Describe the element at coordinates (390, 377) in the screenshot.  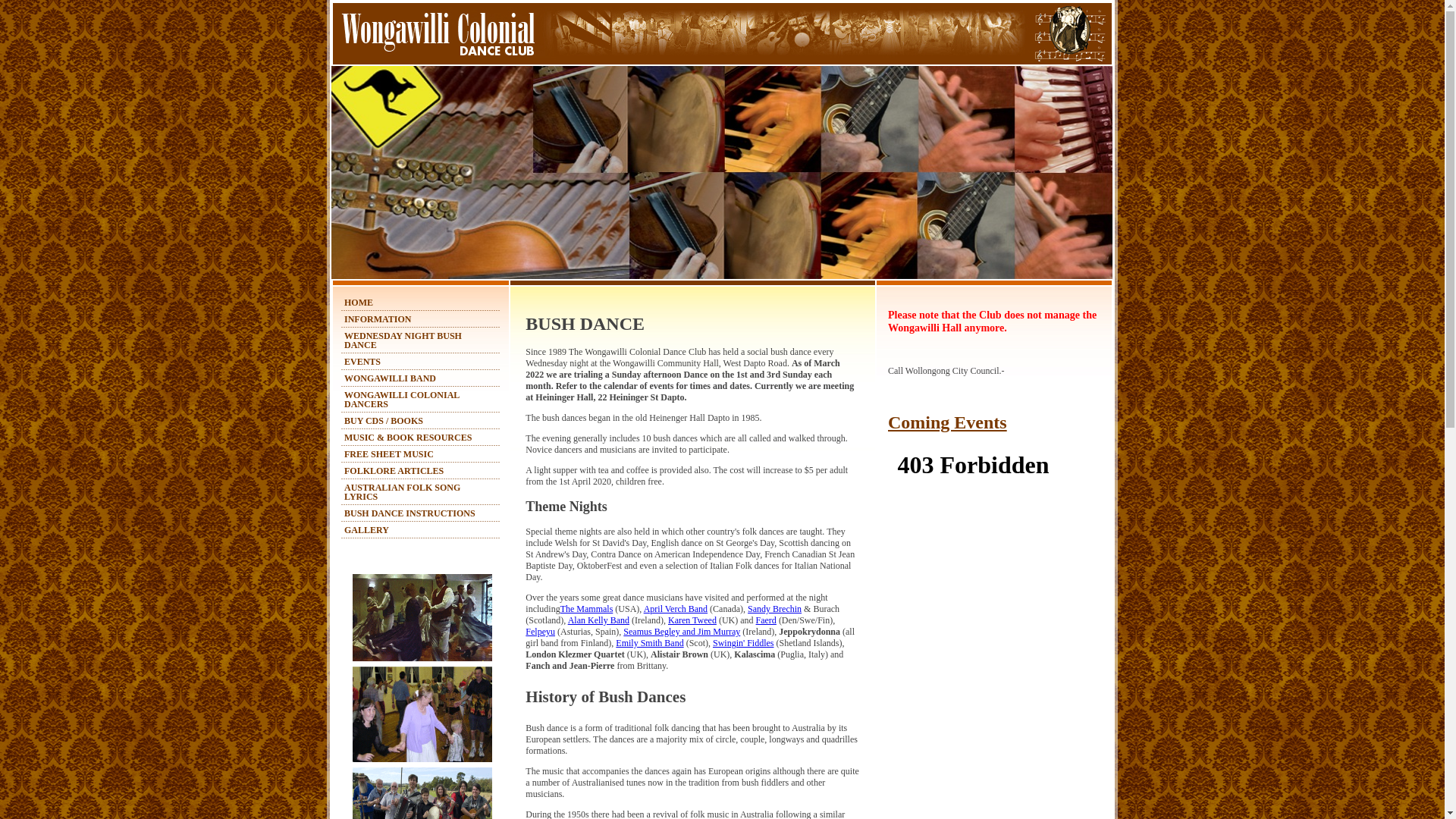
I see `'WONGAWILLI BAND'` at that location.